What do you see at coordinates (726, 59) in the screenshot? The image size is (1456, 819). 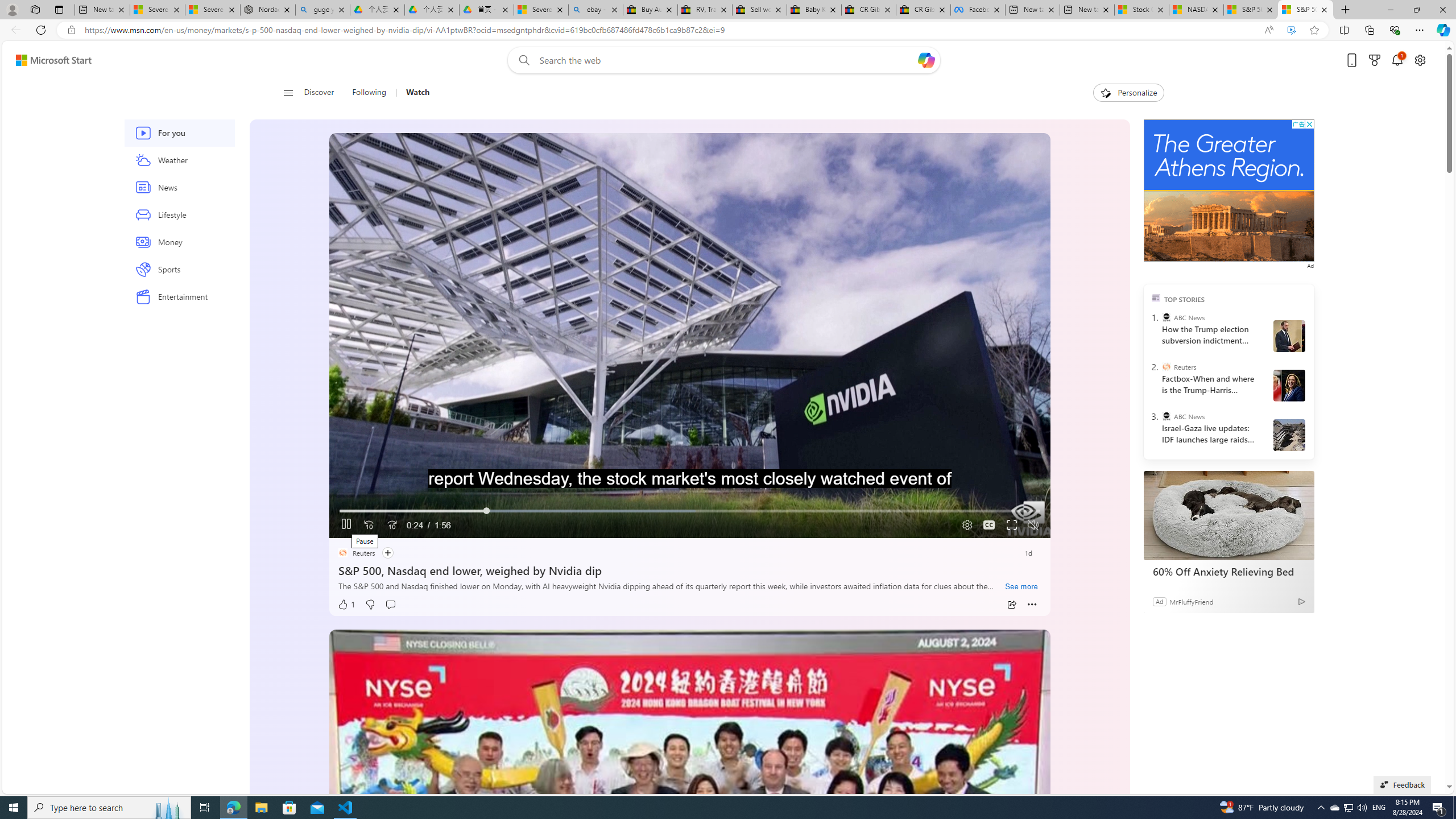 I see `'Enter your search term'` at bounding box center [726, 59].